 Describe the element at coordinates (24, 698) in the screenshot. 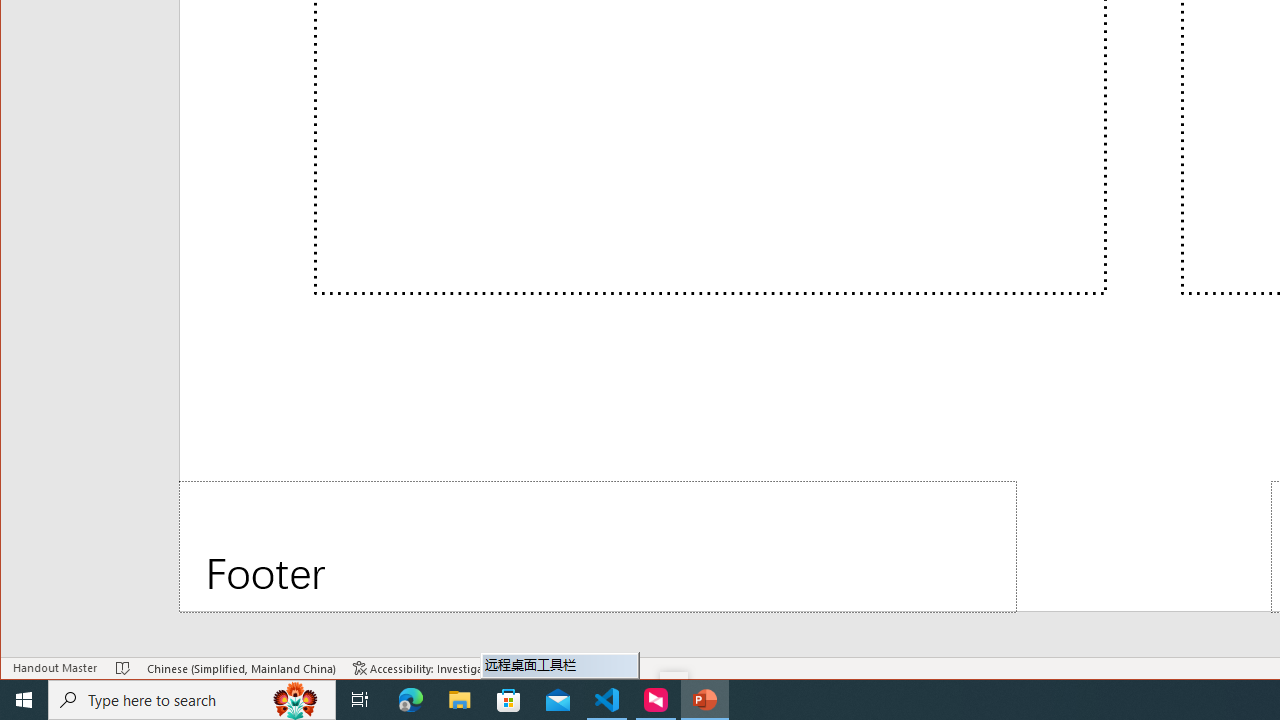

I see `'Start'` at that location.